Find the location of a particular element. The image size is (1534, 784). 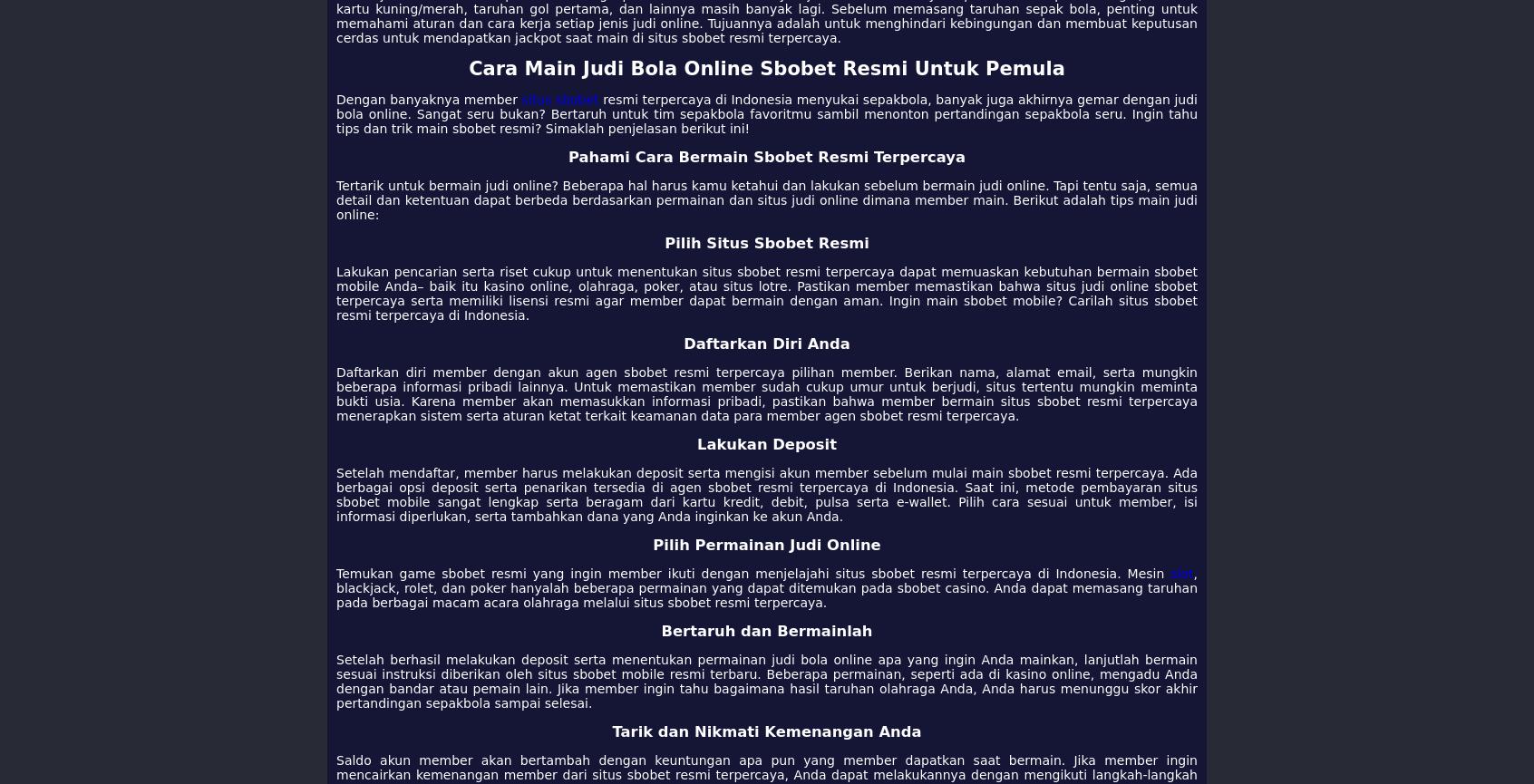

'Lakukan Deposit' is located at coordinates (766, 443).